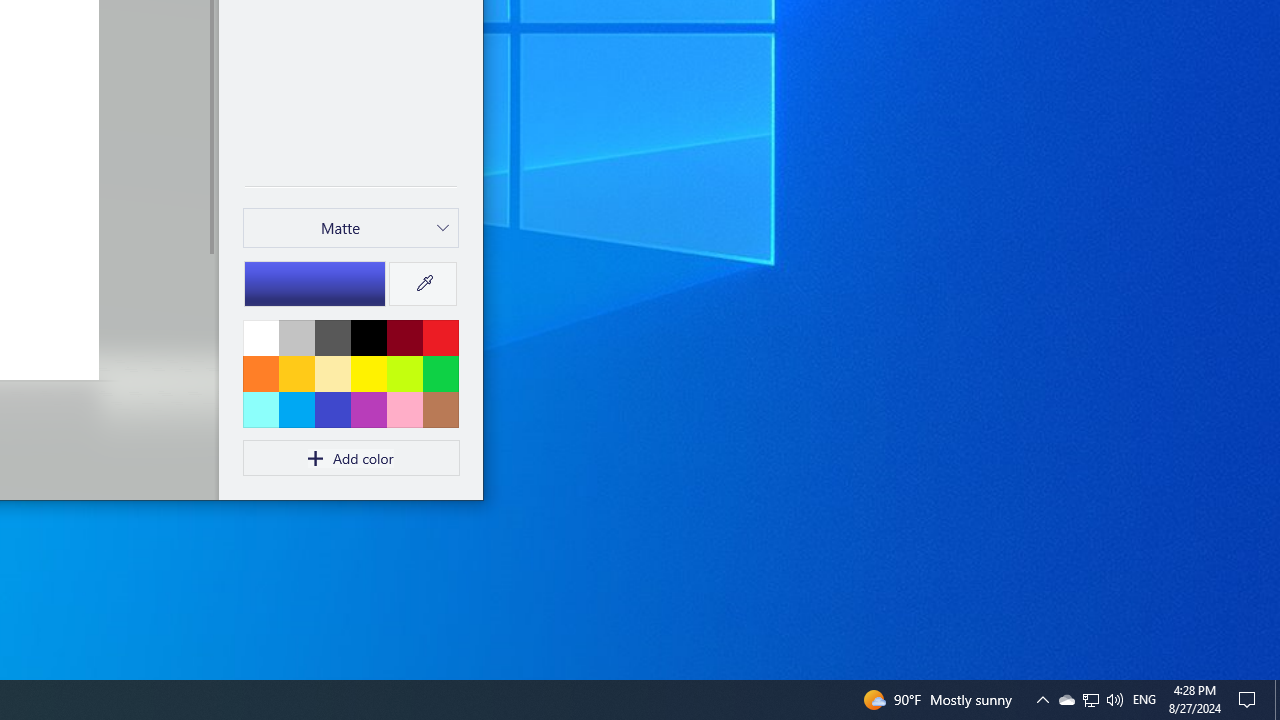  I want to click on 'White', so click(260, 336).